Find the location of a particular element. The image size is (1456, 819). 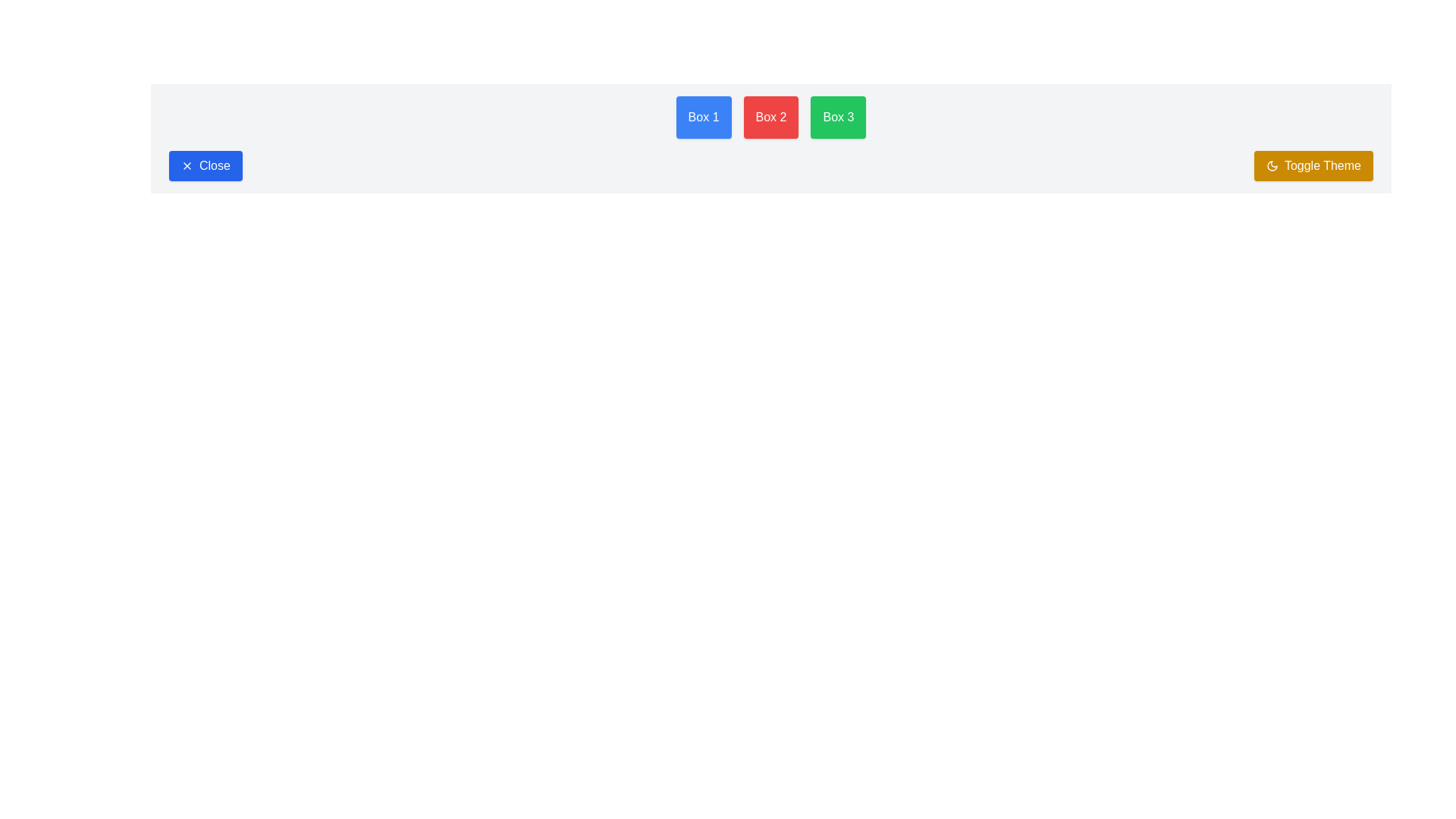

the rectangular button labeled 'Box 1', which has a blue background and white text, located to the left of 'Box 2' and 'Box 3' is located at coordinates (703, 116).